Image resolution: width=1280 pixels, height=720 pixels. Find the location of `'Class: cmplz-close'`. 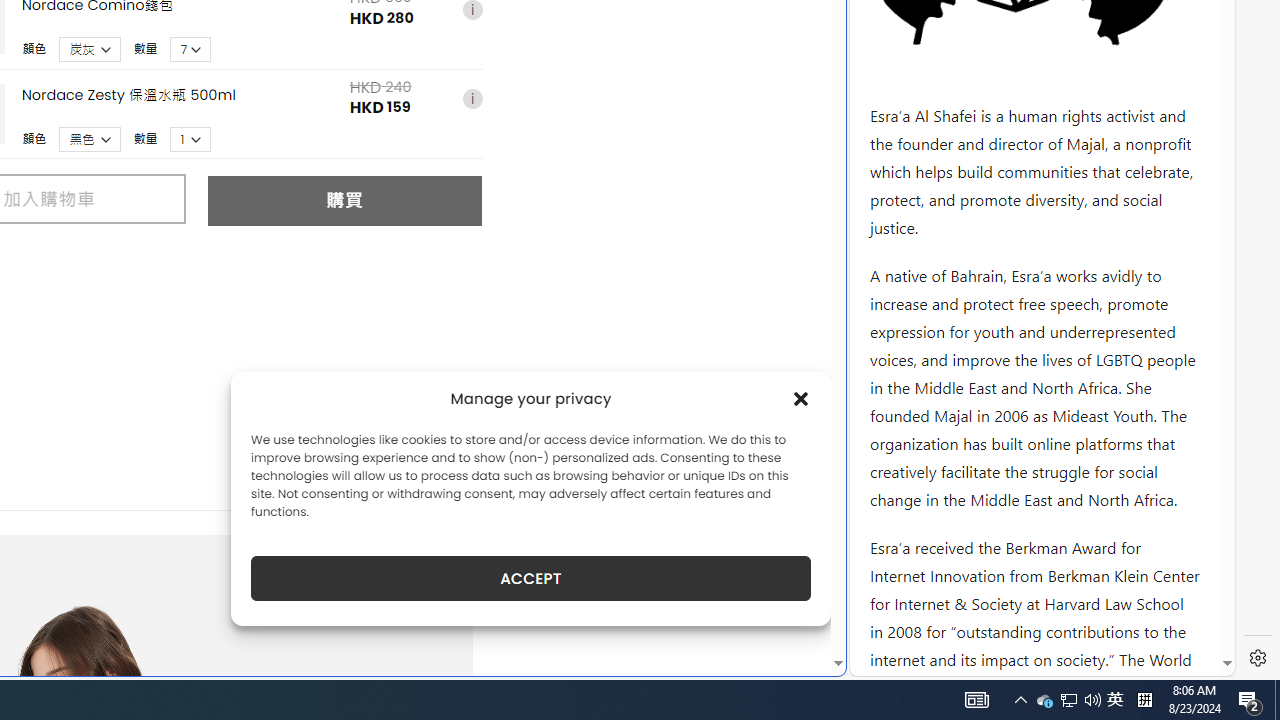

'Class: cmplz-close' is located at coordinates (801, 398).